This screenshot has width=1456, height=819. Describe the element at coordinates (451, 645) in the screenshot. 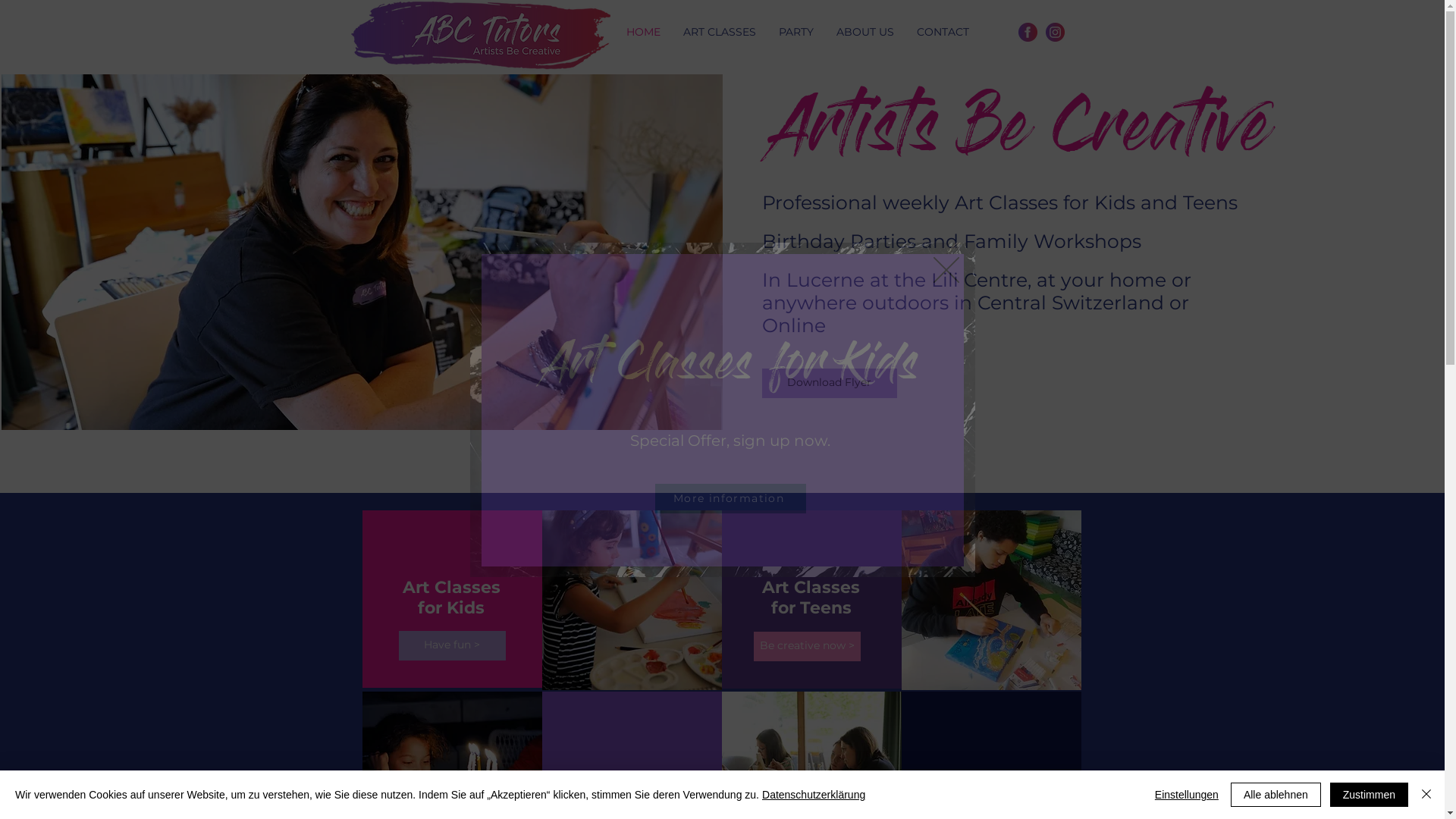

I see `'Have fun >'` at that location.